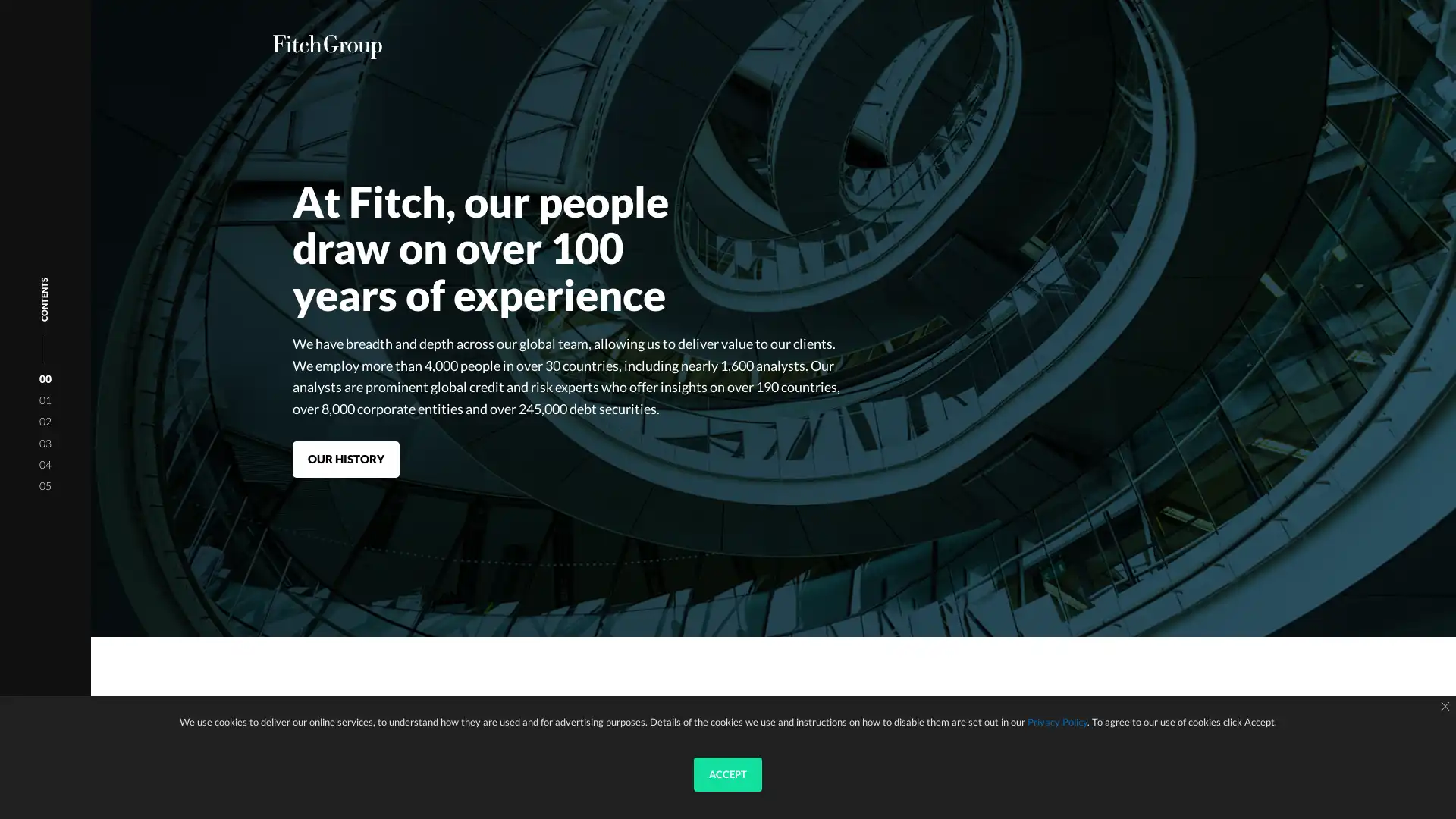 Image resolution: width=1456 pixels, height=819 pixels. I want to click on ACCEPT, so click(728, 774).